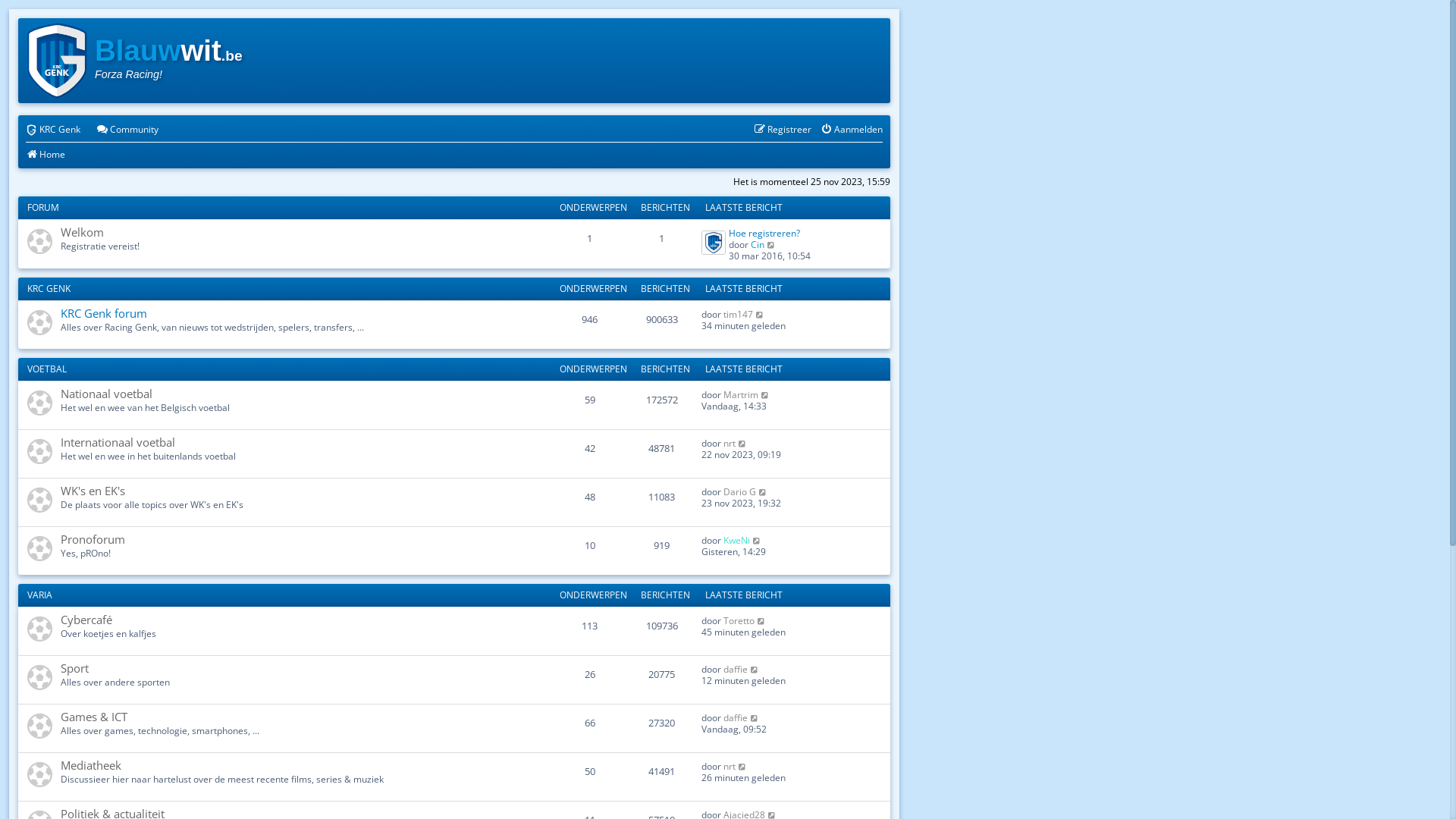 The width and height of the screenshot is (1456, 819). I want to click on 'nrt', so click(729, 443).